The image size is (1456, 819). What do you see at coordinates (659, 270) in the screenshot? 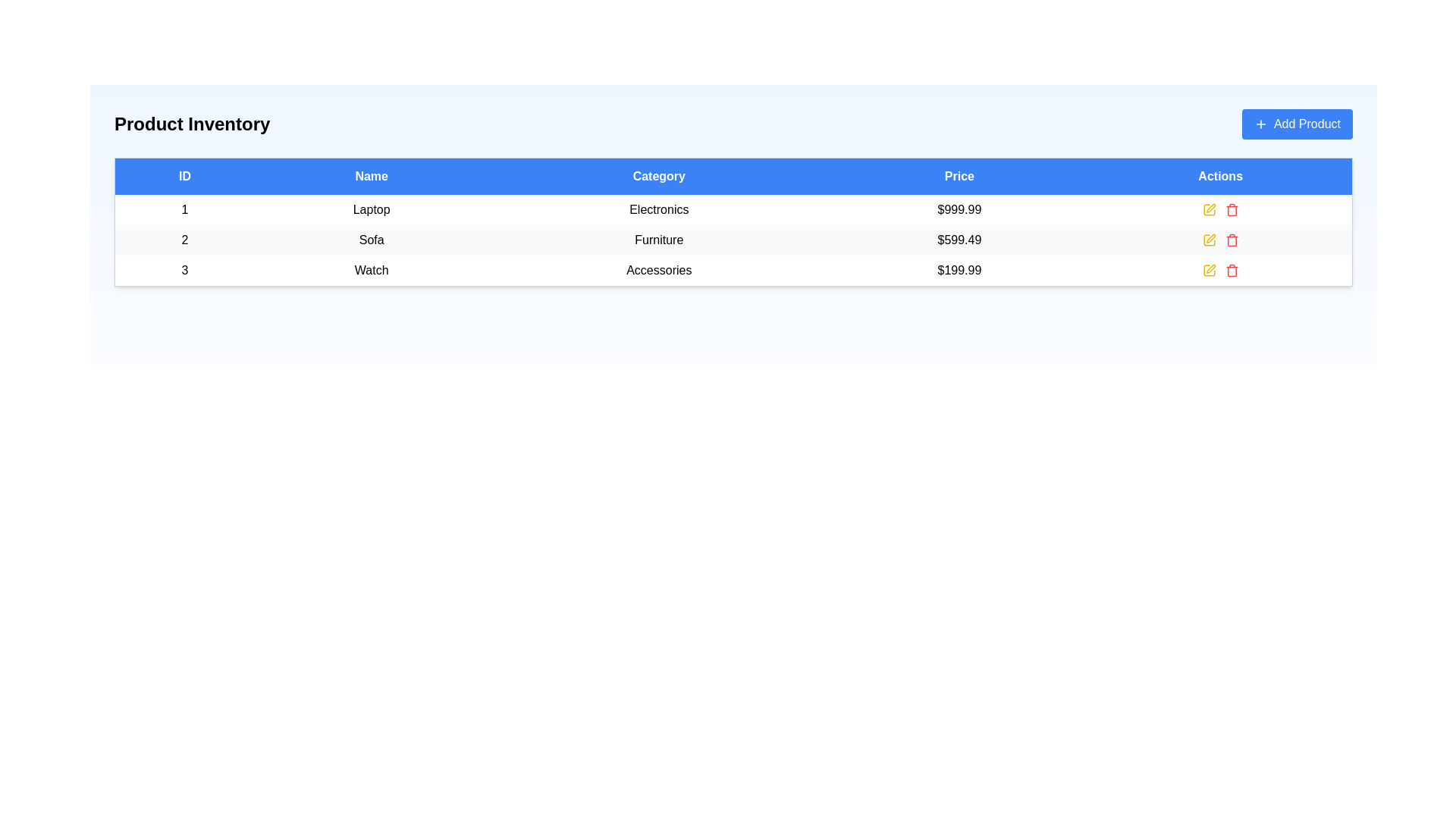
I see `the 'Accessories' text label in the third column of the third row of the product table, which follows the 'Watch' text and precedes the price '$199.99'` at bounding box center [659, 270].